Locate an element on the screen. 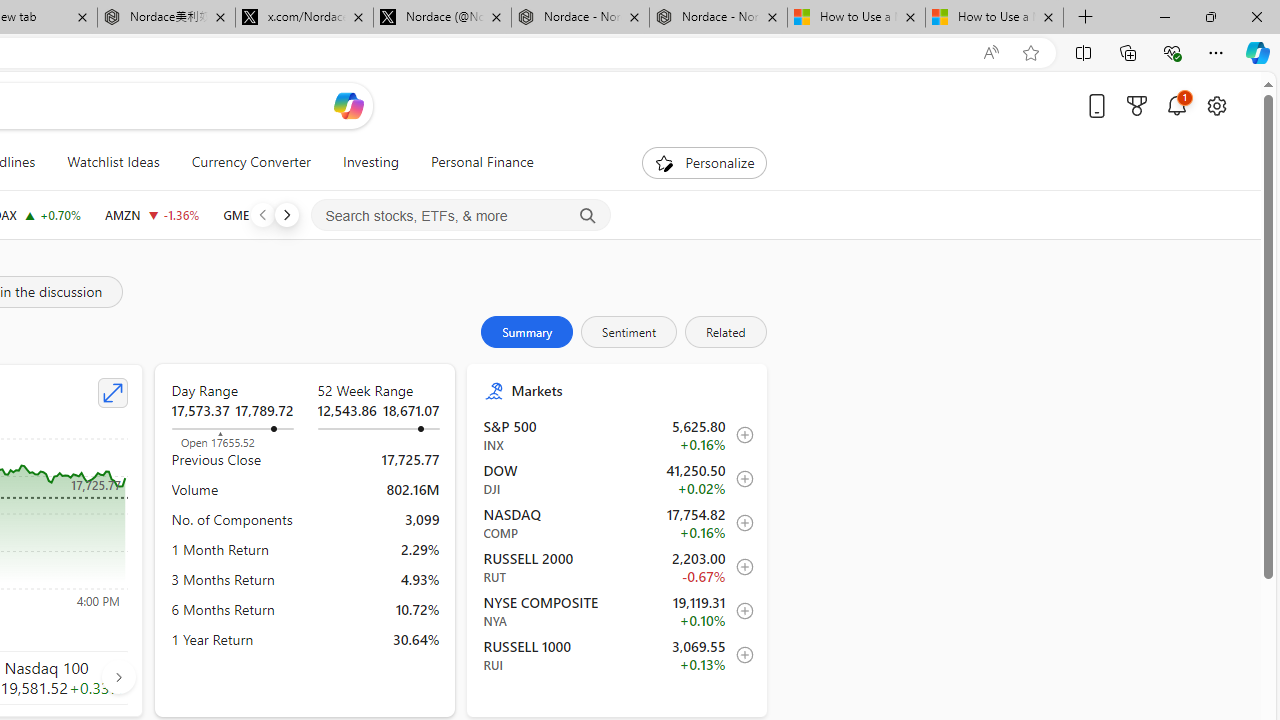 Image resolution: width=1280 pixels, height=720 pixels. 'Personal Finance' is located at coordinates (481, 162).